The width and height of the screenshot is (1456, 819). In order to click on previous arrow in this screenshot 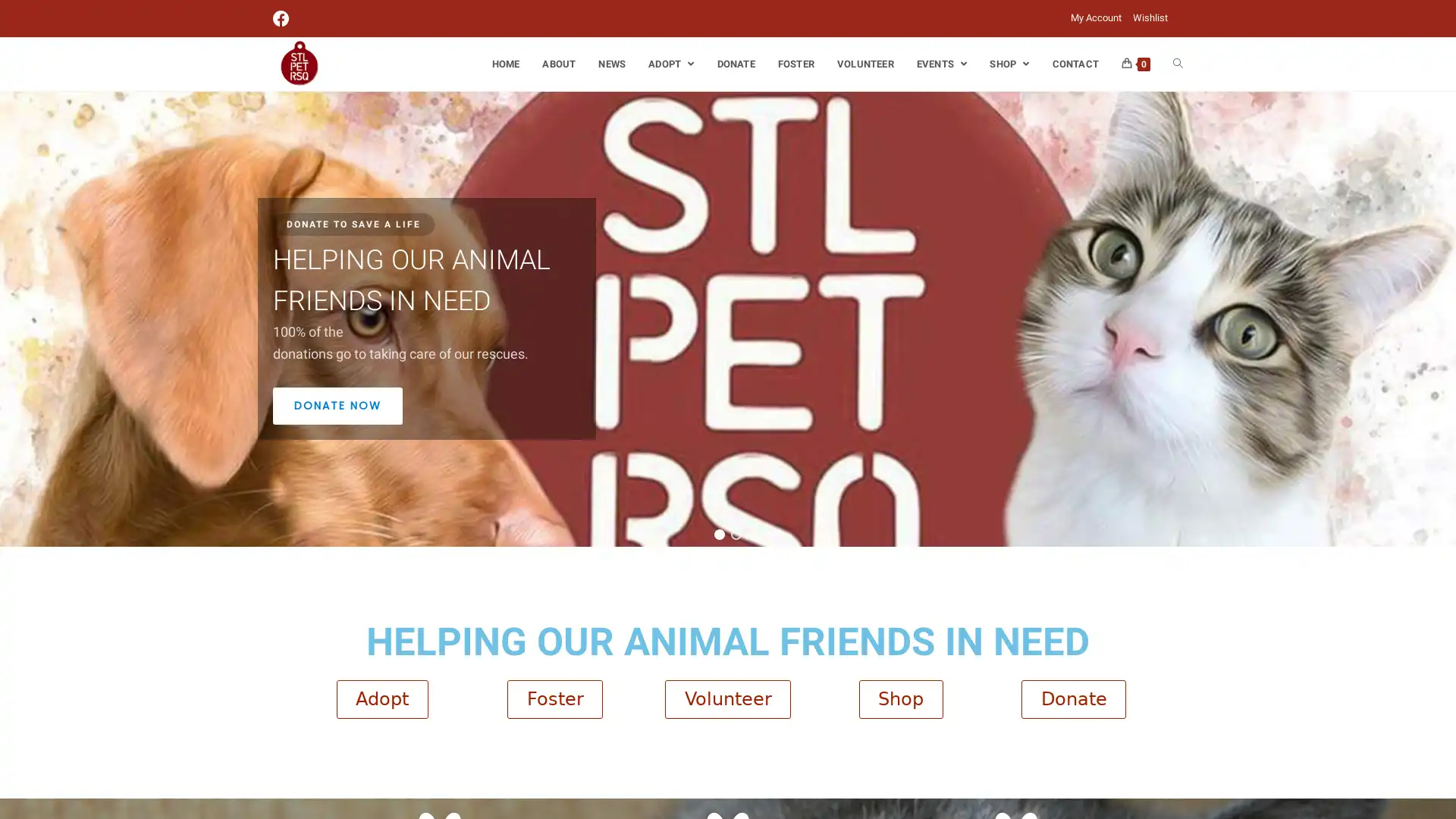, I will do `click(15, 318)`.